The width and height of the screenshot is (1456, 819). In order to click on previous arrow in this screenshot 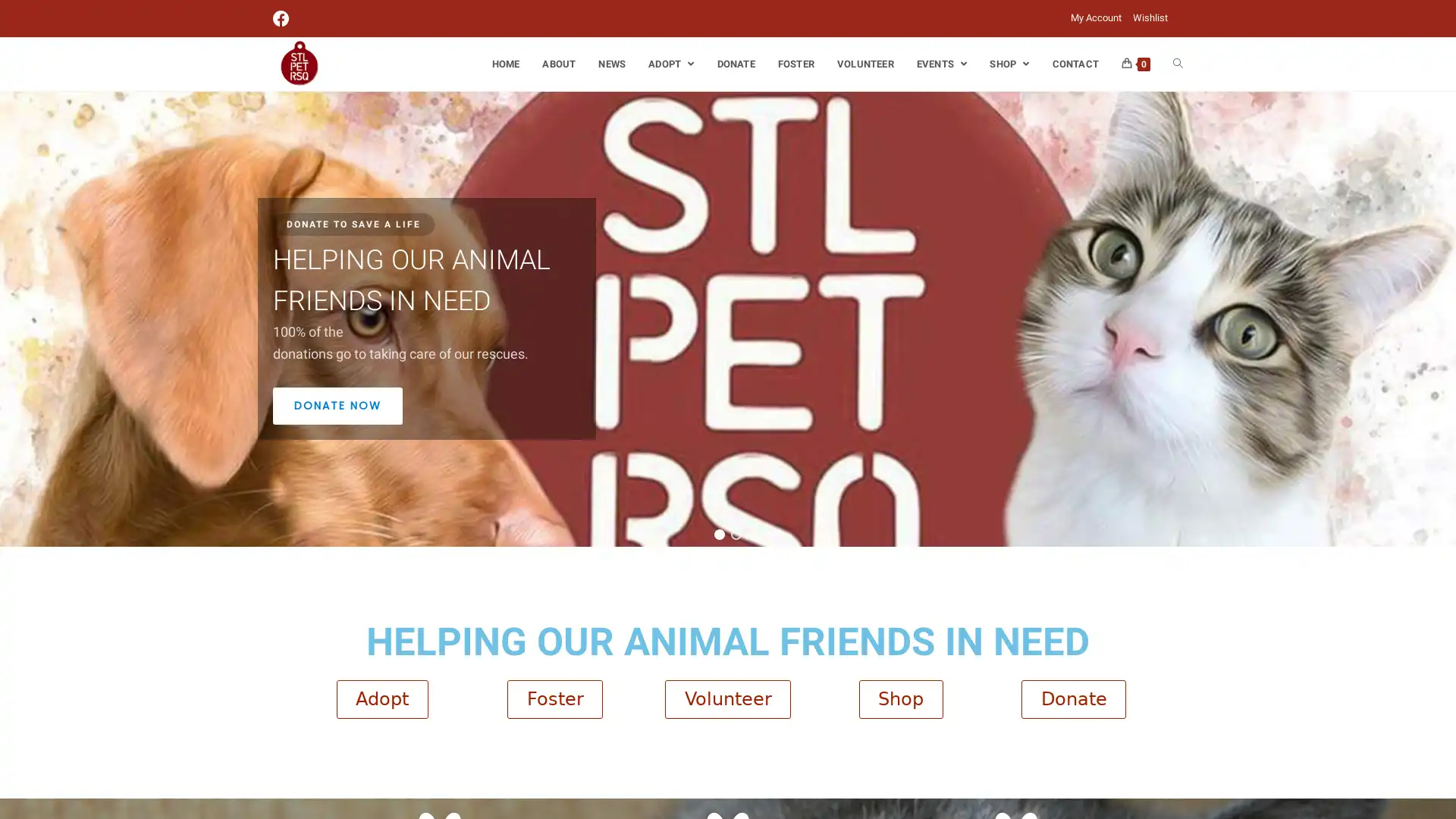, I will do `click(15, 318)`.